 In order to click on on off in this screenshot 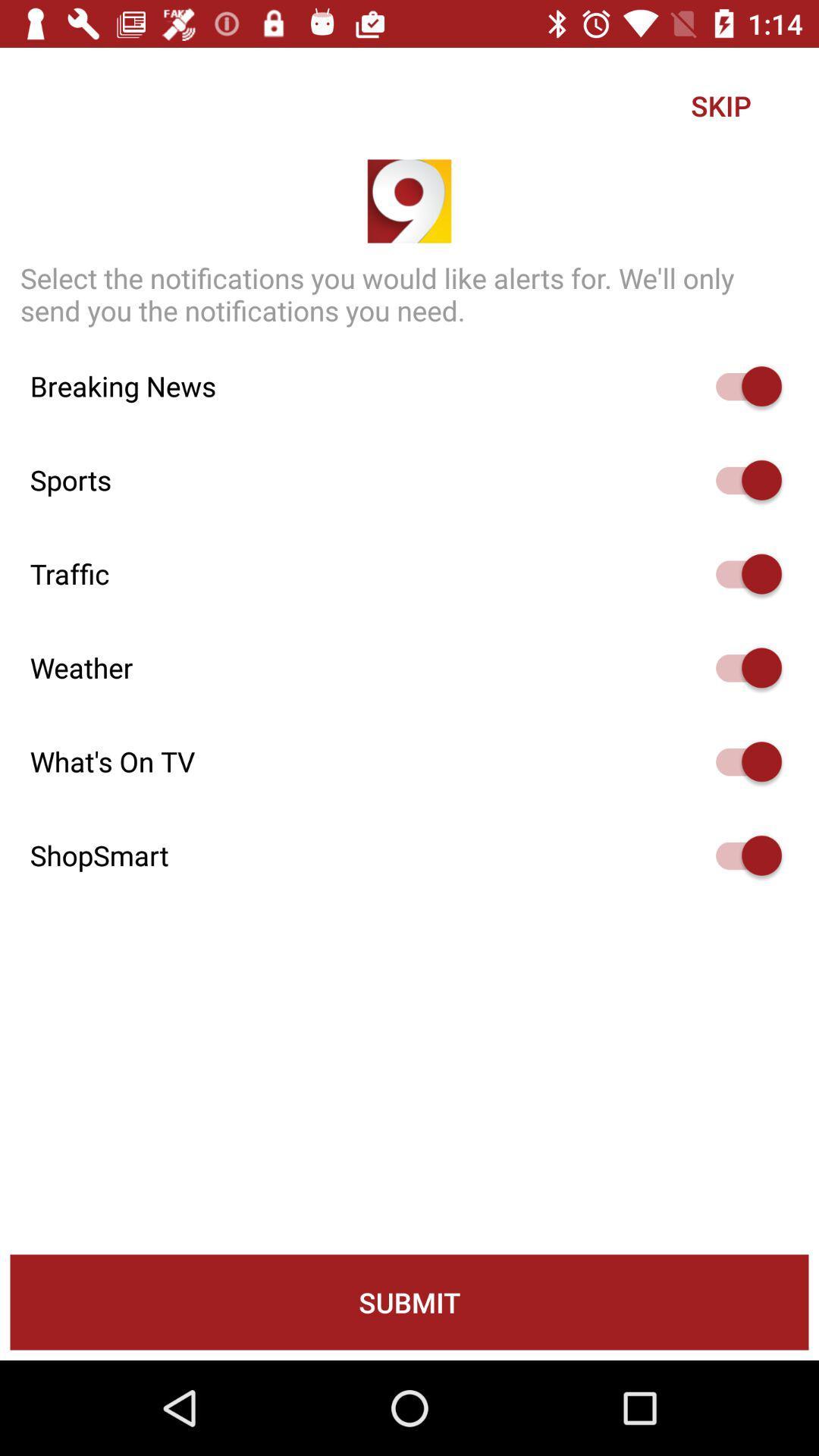, I will do `click(741, 386)`.